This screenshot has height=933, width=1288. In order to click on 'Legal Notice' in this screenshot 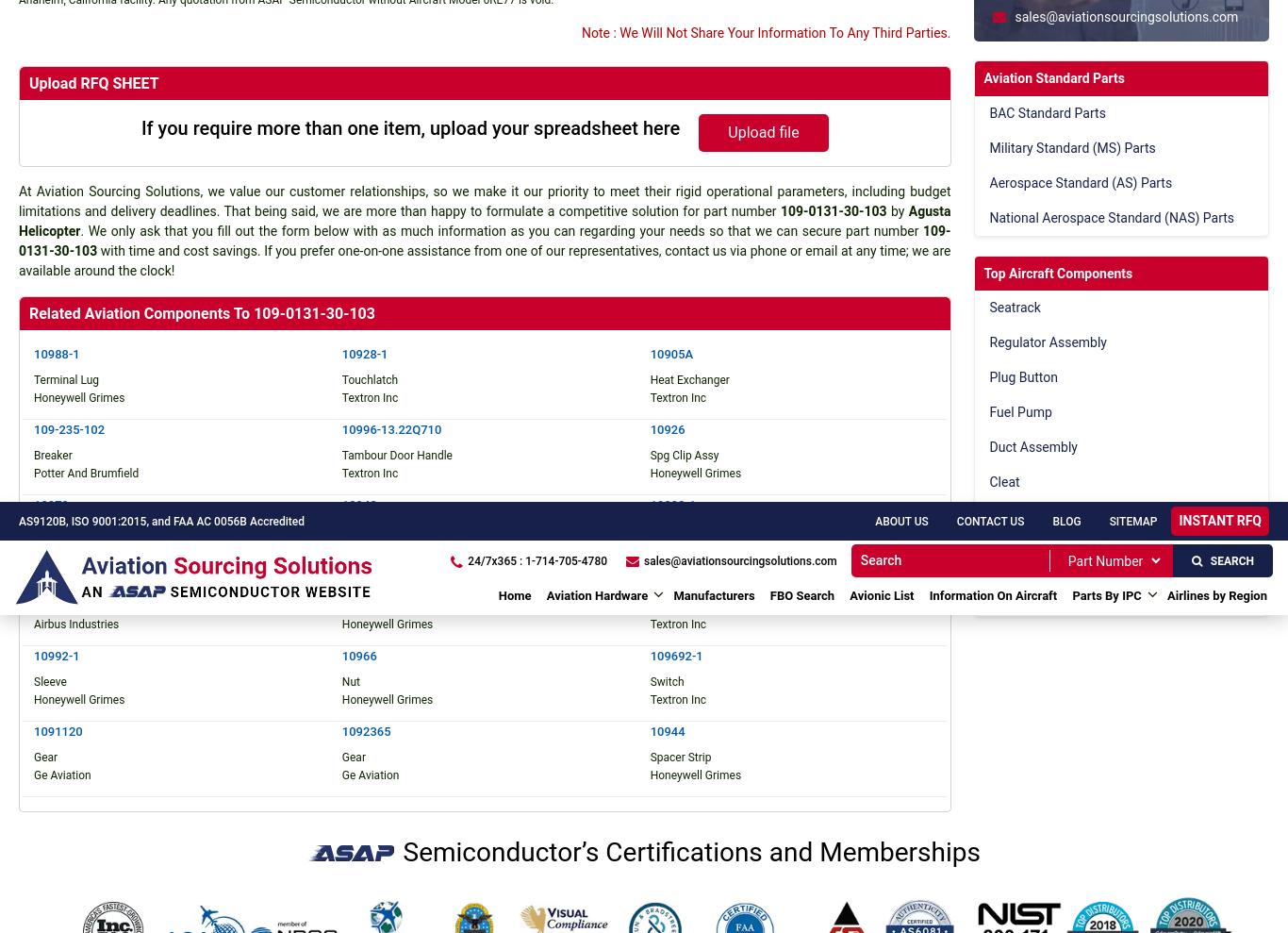, I will do `click(787, 59)`.